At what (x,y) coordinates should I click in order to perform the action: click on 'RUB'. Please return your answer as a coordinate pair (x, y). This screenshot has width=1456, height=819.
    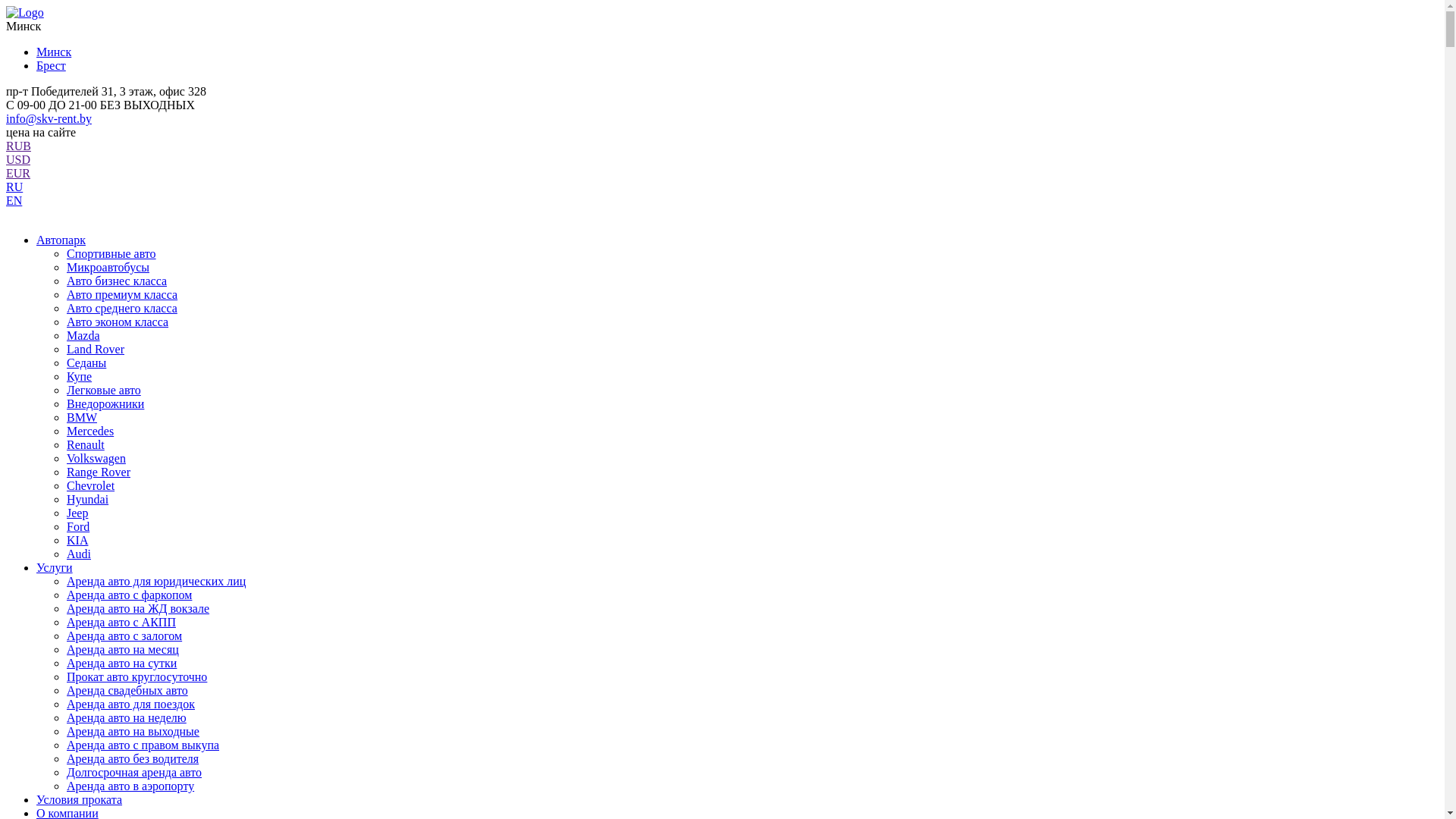
    Looking at the image, I should click on (18, 146).